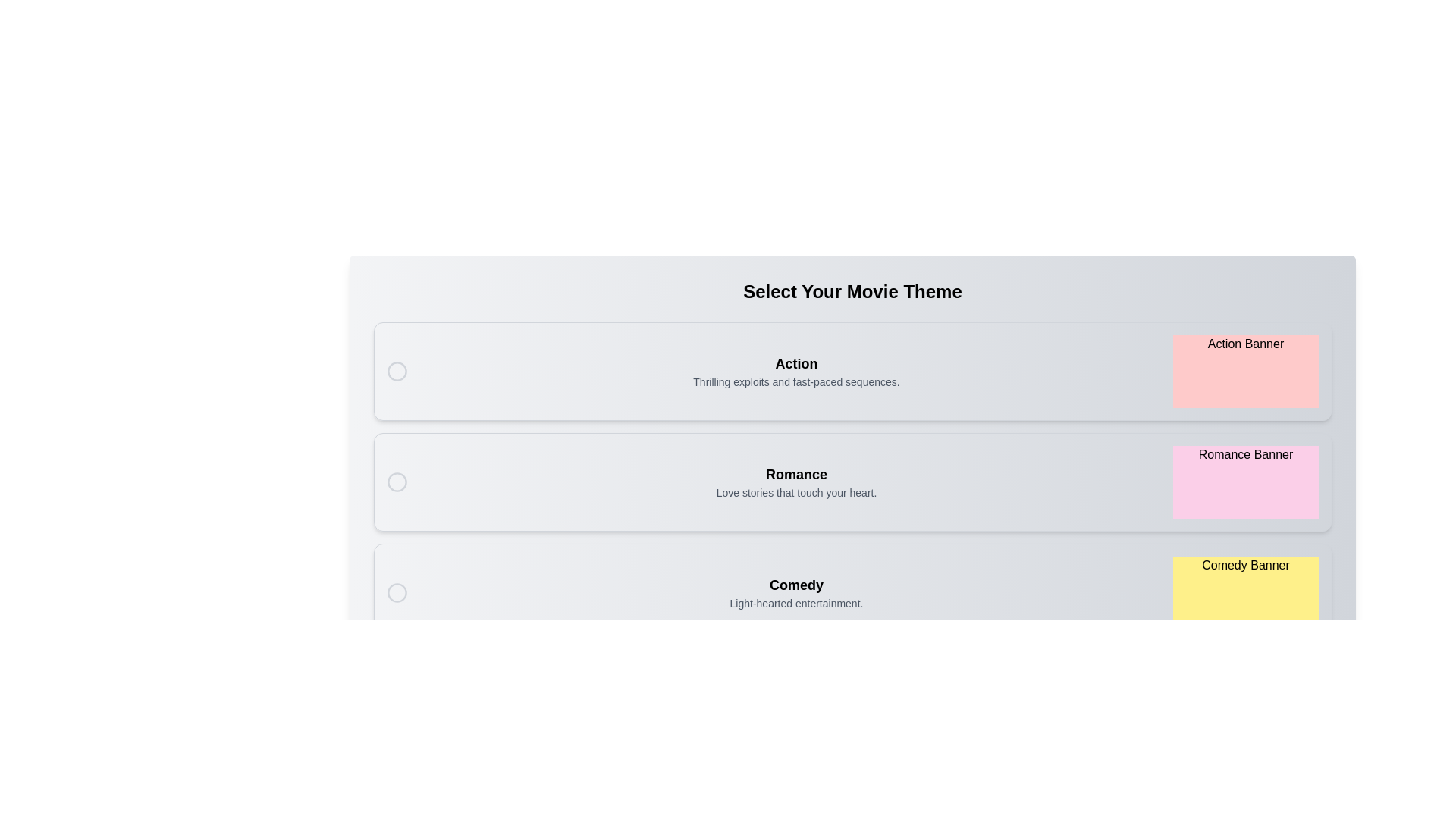 The height and width of the screenshot is (819, 1456). Describe the element at coordinates (795, 493) in the screenshot. I see `the static text element that provides a descriptive tagline for the 'Romance' section, located directly below the 'Romance' heading in the middle card of the vertically stacked list` at that location.